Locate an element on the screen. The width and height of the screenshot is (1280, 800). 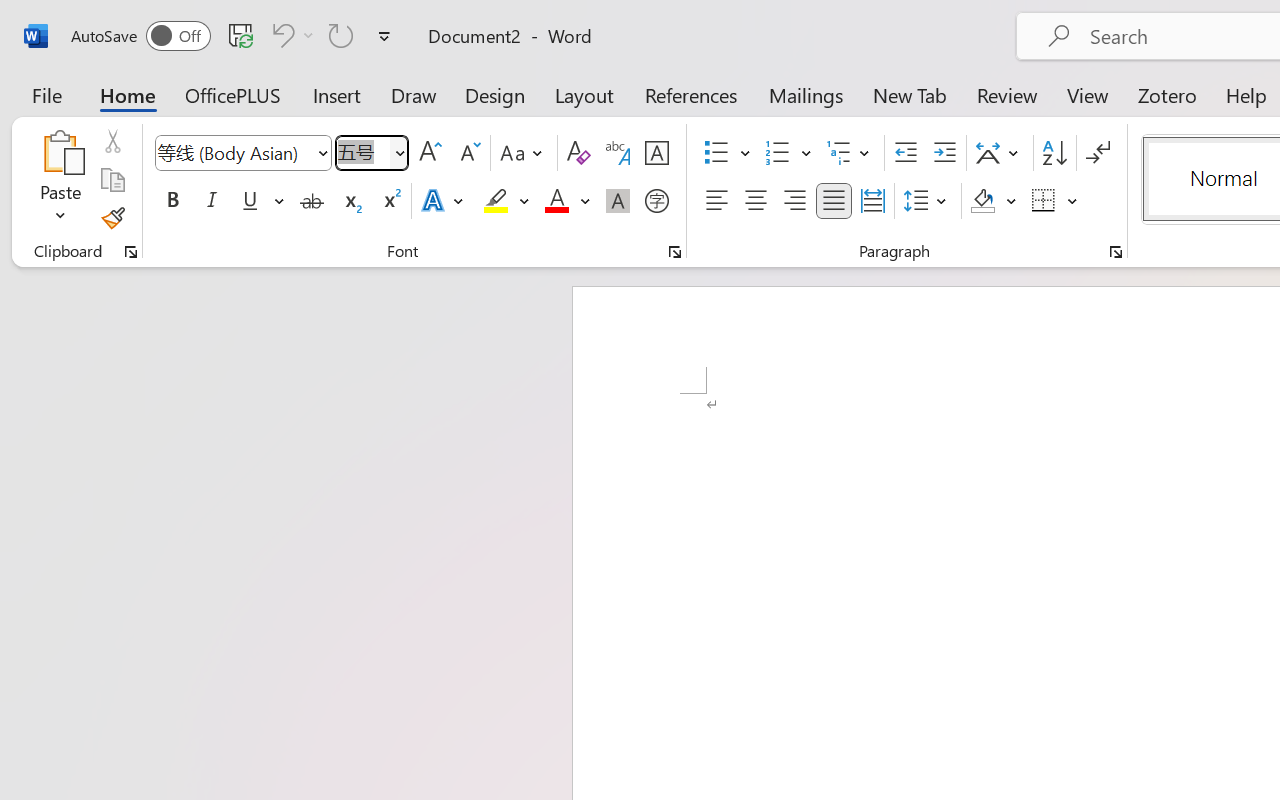
'Bullets' is located at coordinates (726, 153).